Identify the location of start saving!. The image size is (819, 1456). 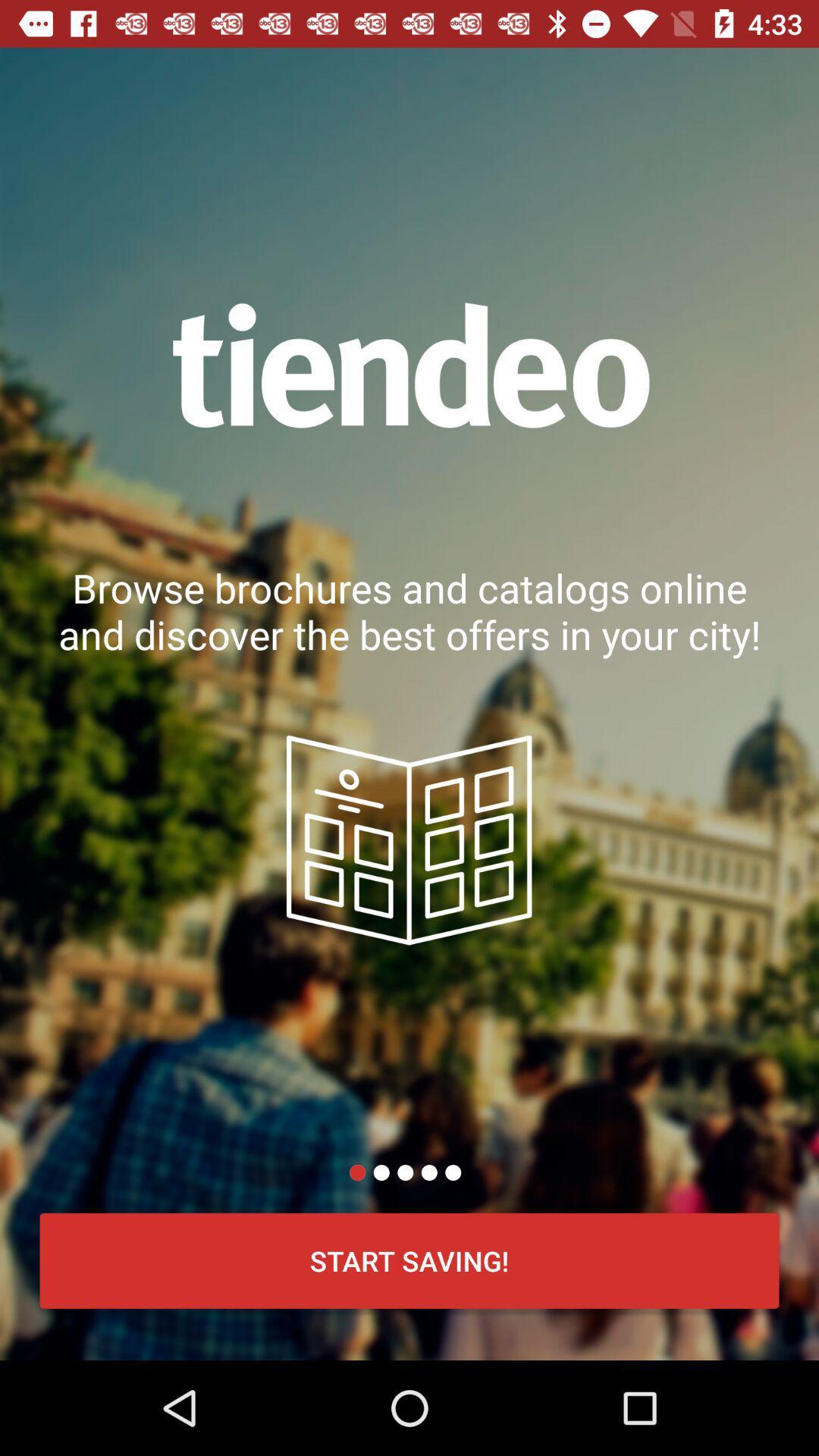
(409, 1260).